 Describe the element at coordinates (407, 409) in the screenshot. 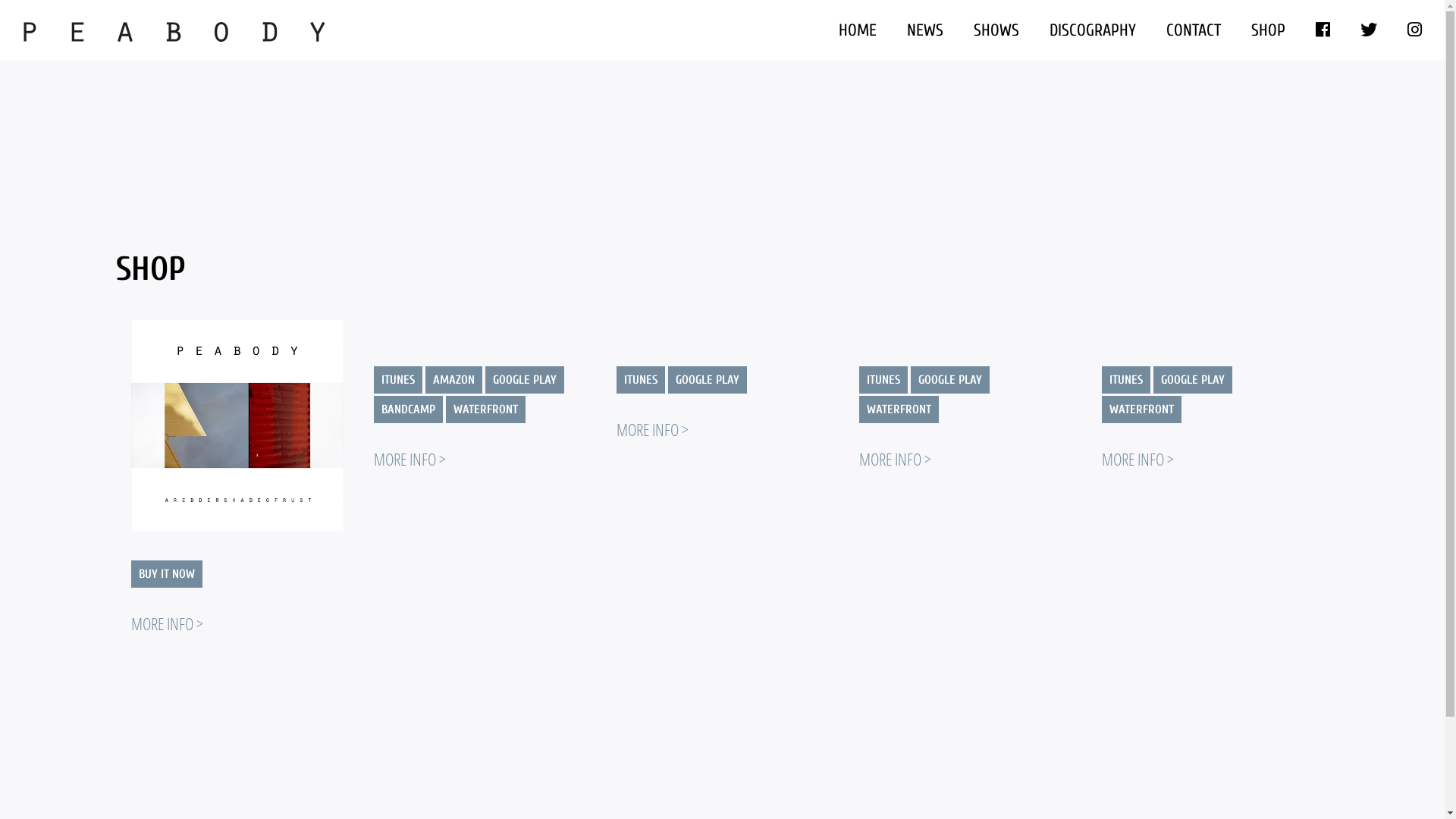

I see `'BANDCAMP'` at that location.